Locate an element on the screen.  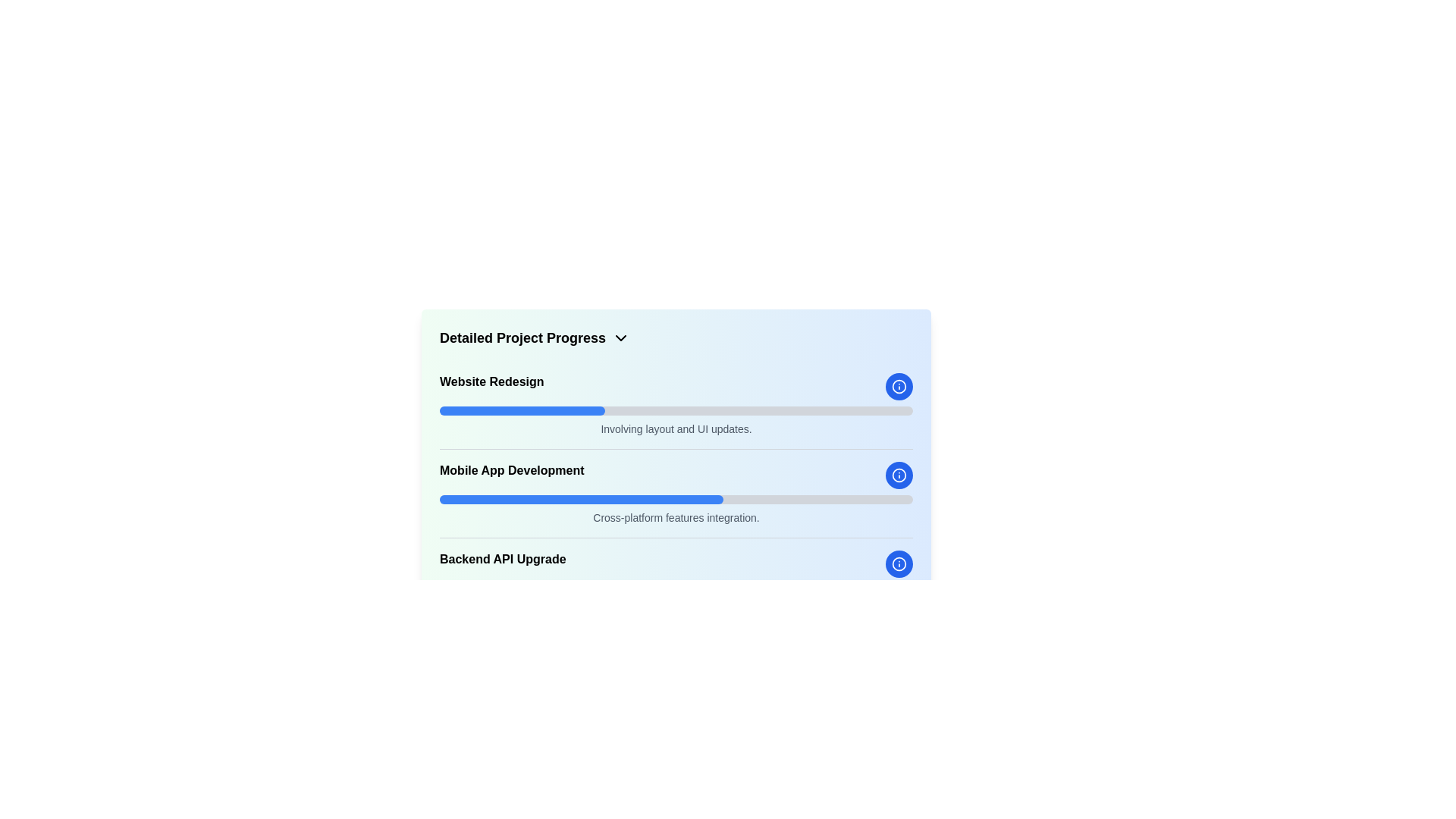
the static display of the icon located at the rightmost side of the 'Backend API Upgrade' section in the last row of the list interface is located at coordinates (899, 564).